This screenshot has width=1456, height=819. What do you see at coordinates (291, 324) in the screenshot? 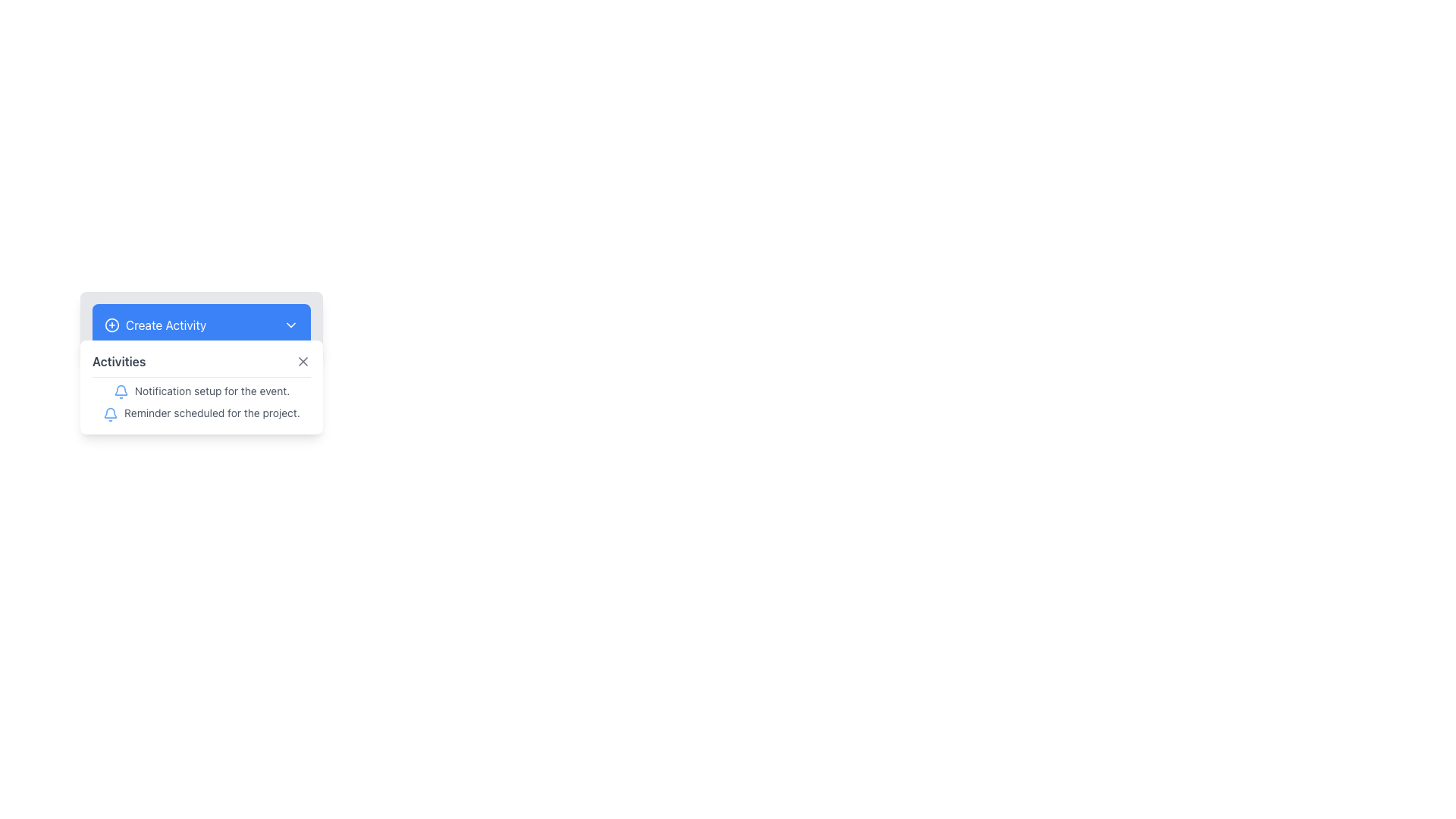
I see `the chevron icon located in the upper-right corner of the 'Create Activity' button` at bounding box center [291, 324].